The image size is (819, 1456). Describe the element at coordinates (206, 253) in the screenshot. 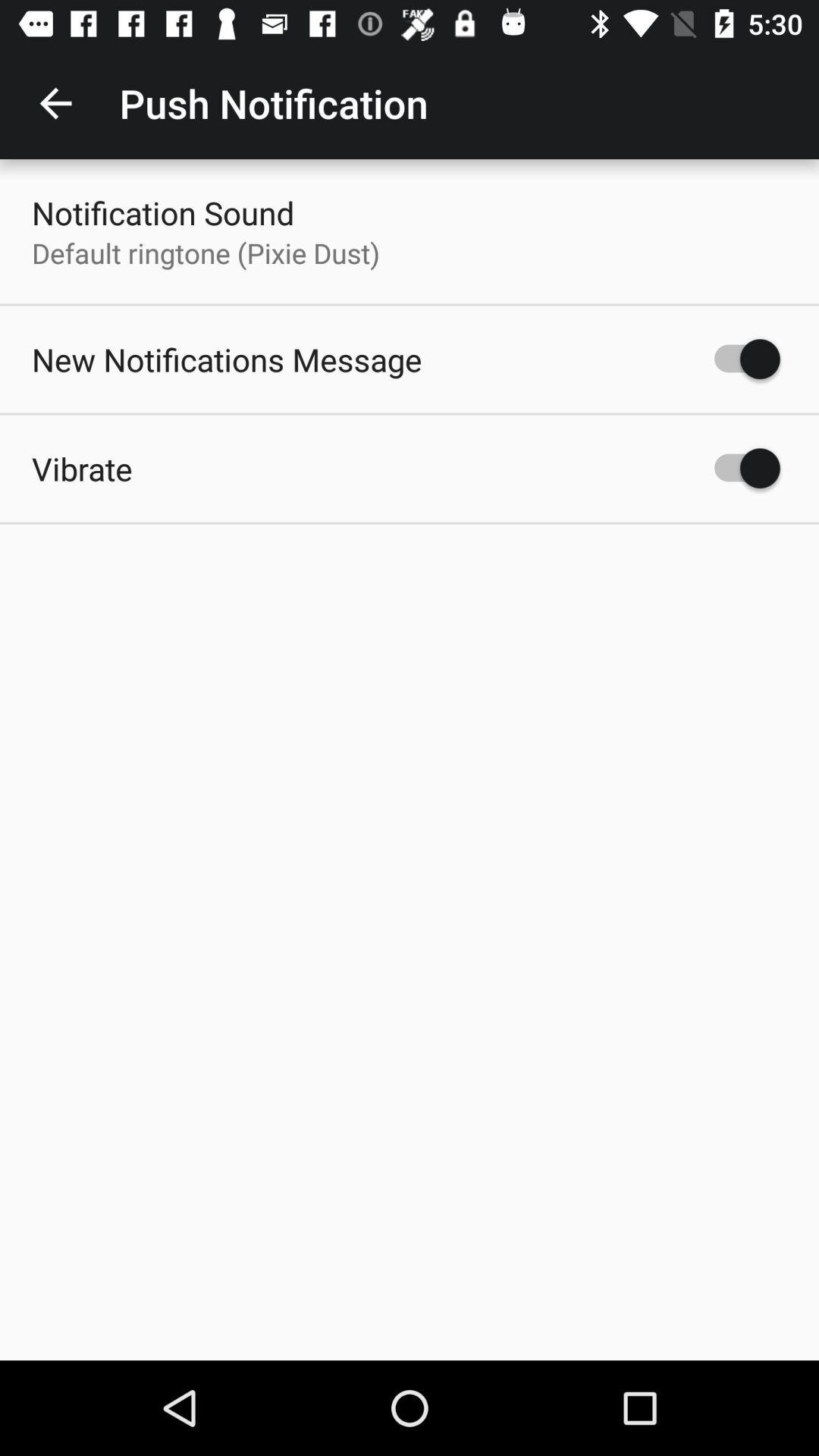

I see `the icon below notification sound icon` at that location.